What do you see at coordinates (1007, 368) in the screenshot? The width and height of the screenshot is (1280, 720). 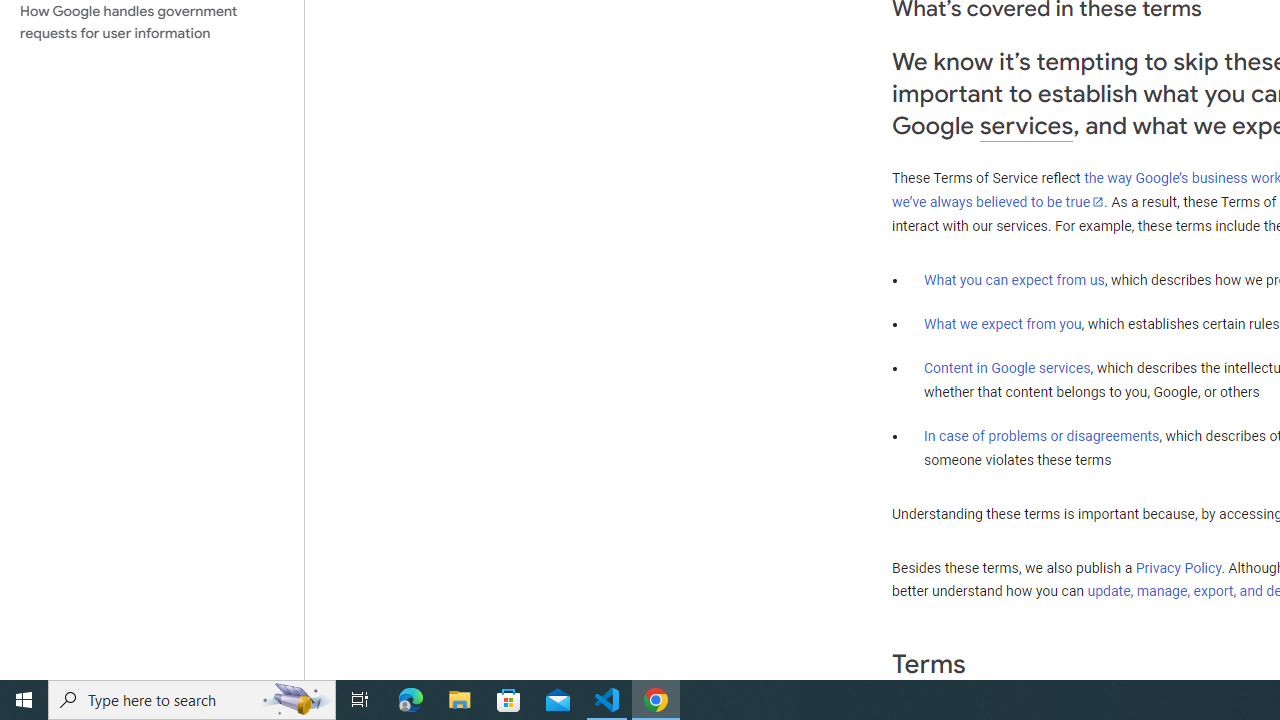 I see `'Content in Google services'` at bounding box center [1007, 368].